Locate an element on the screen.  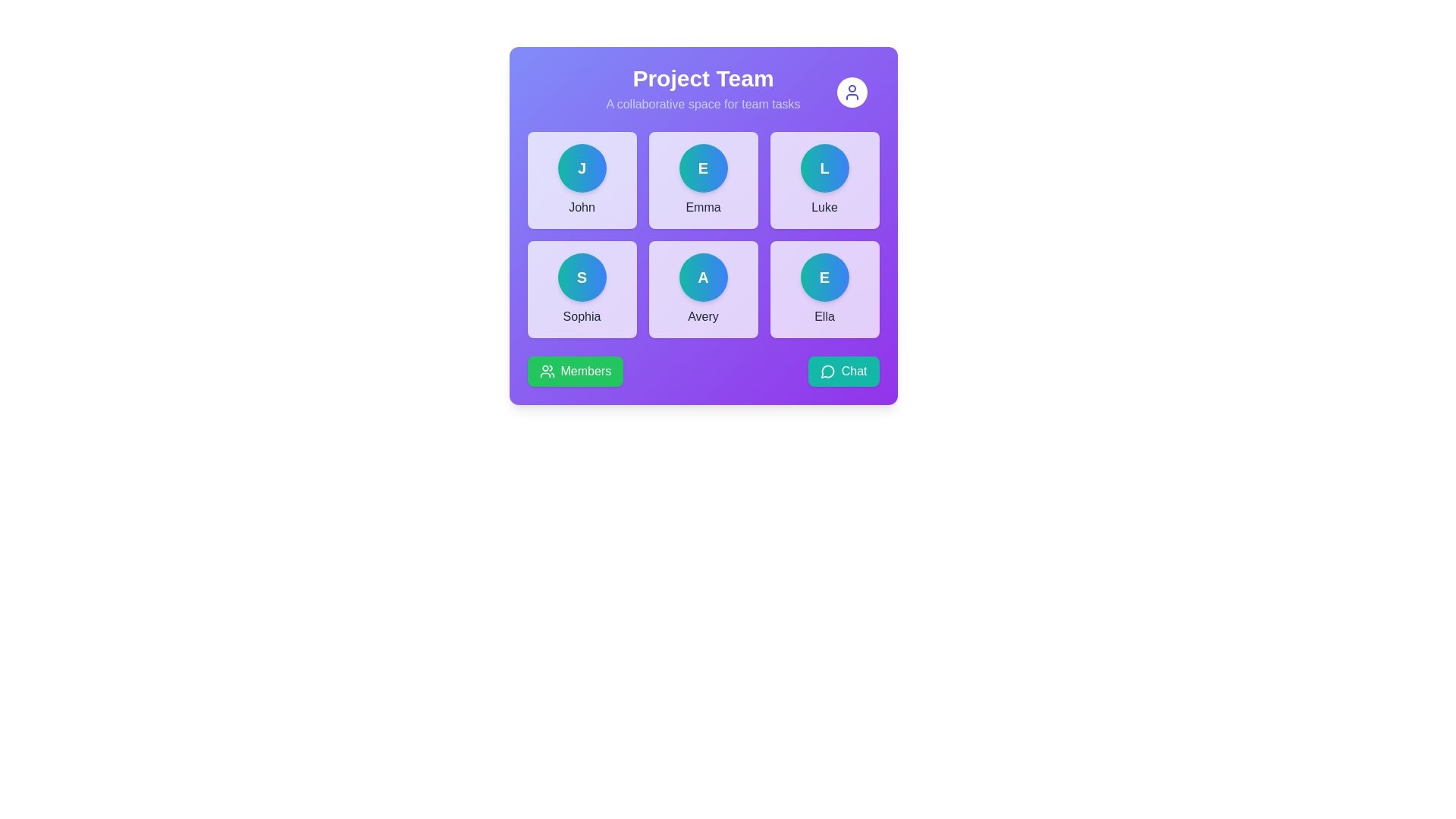
the Profile card featuring the name 'Ella' is located at coordinates (824, 289).